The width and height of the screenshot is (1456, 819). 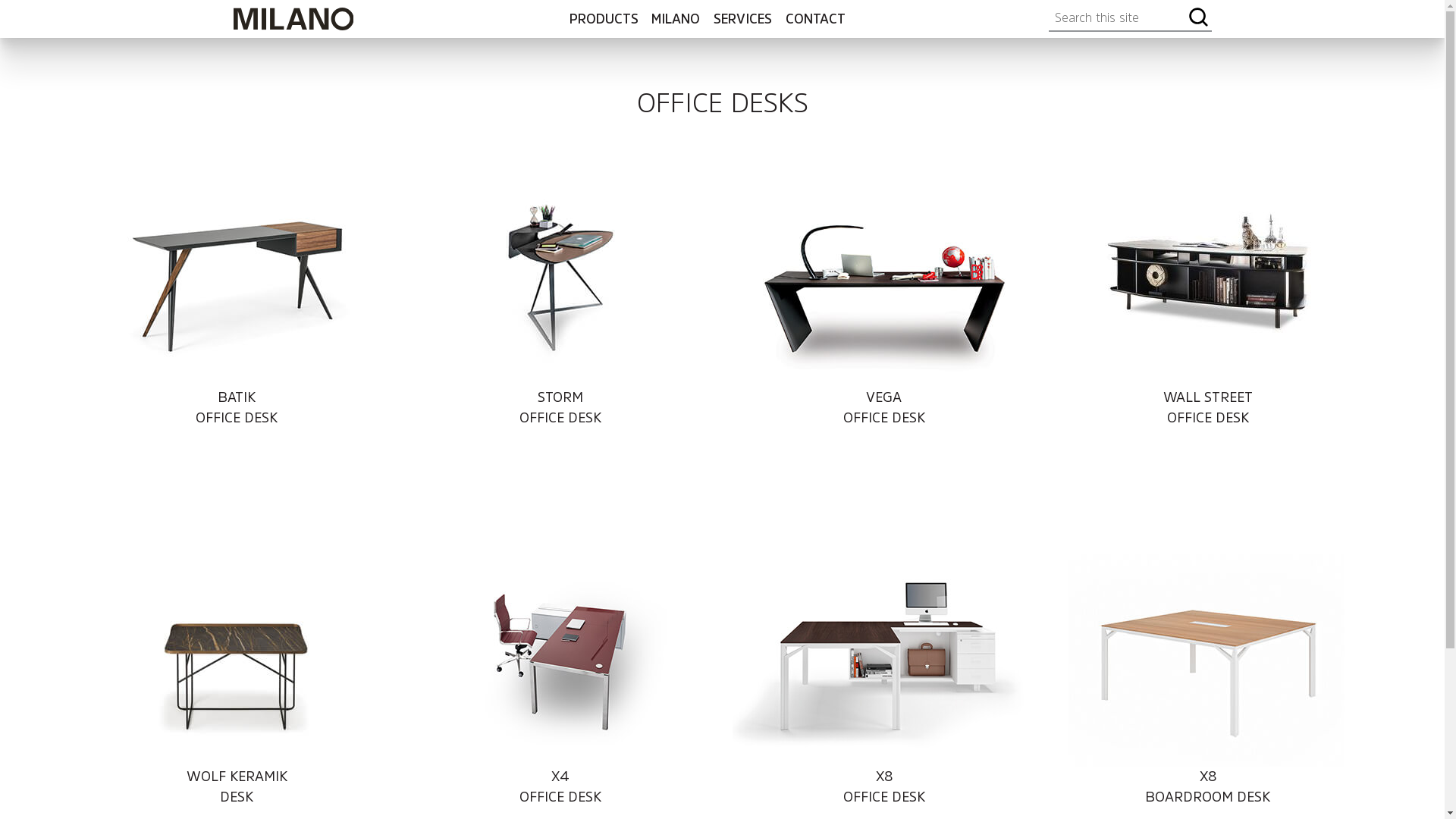 I want to click on 'Storm Office Desk', so click(x=560, y=281).